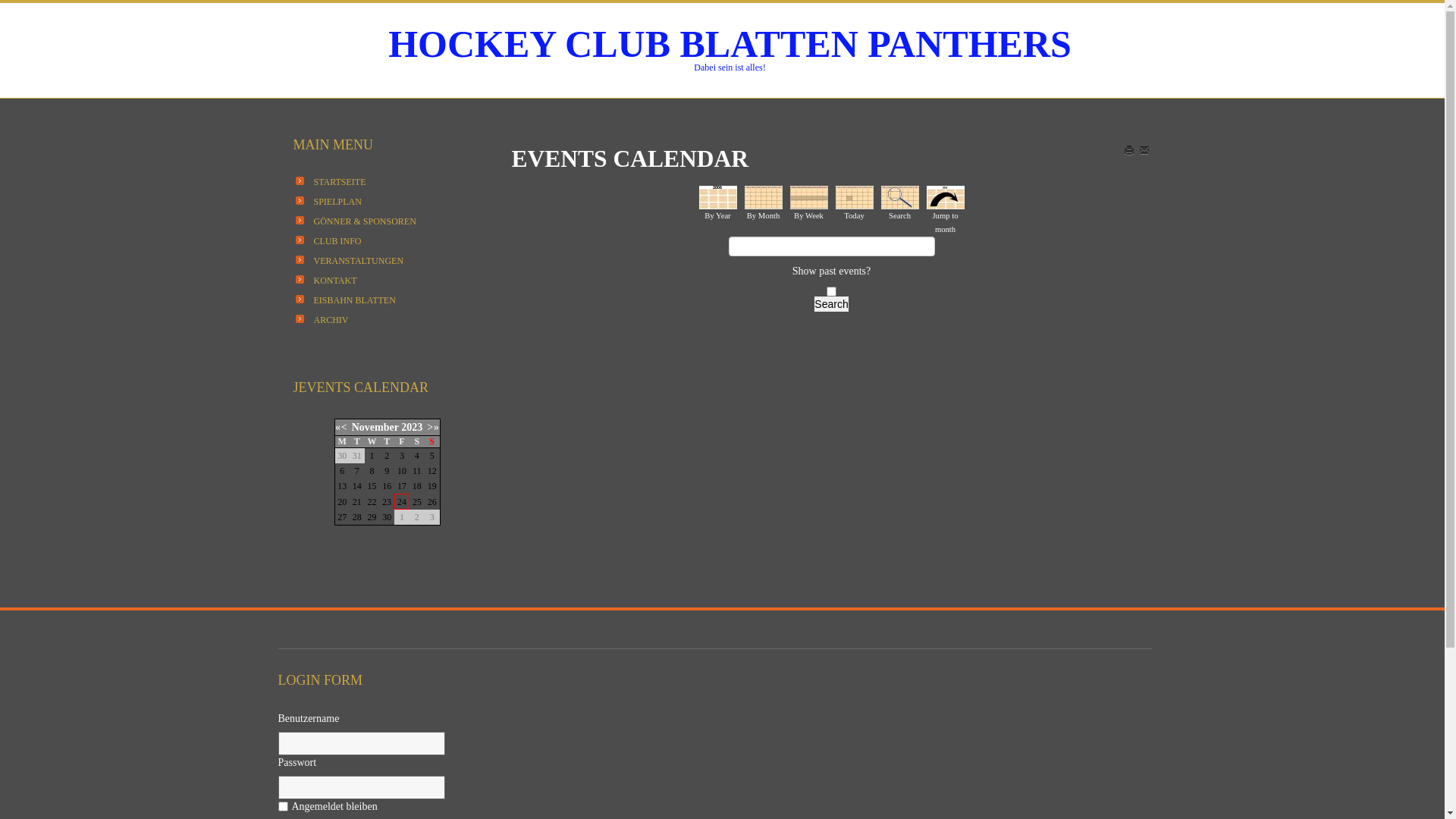 The height and width of the screenshot is (819, 1456). What do you see at coordinates (855, 196) in the screenshot?
I see `'Today'` at bounding box center [855, 196].